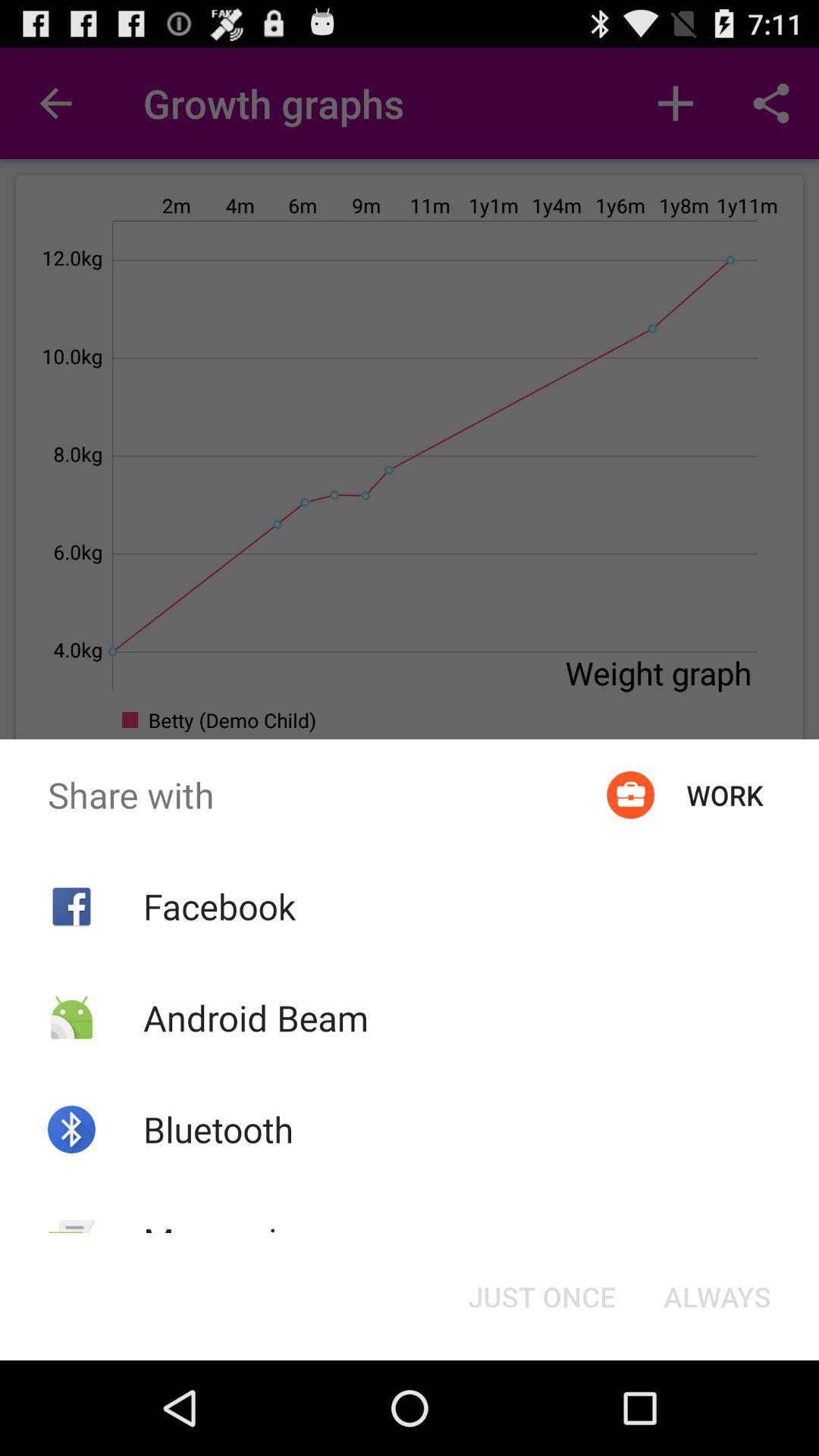  What do you see at coordinates (717, 1295) in the screenshot?
I see `button to the right of just once` at bounding box center [717, 1295].